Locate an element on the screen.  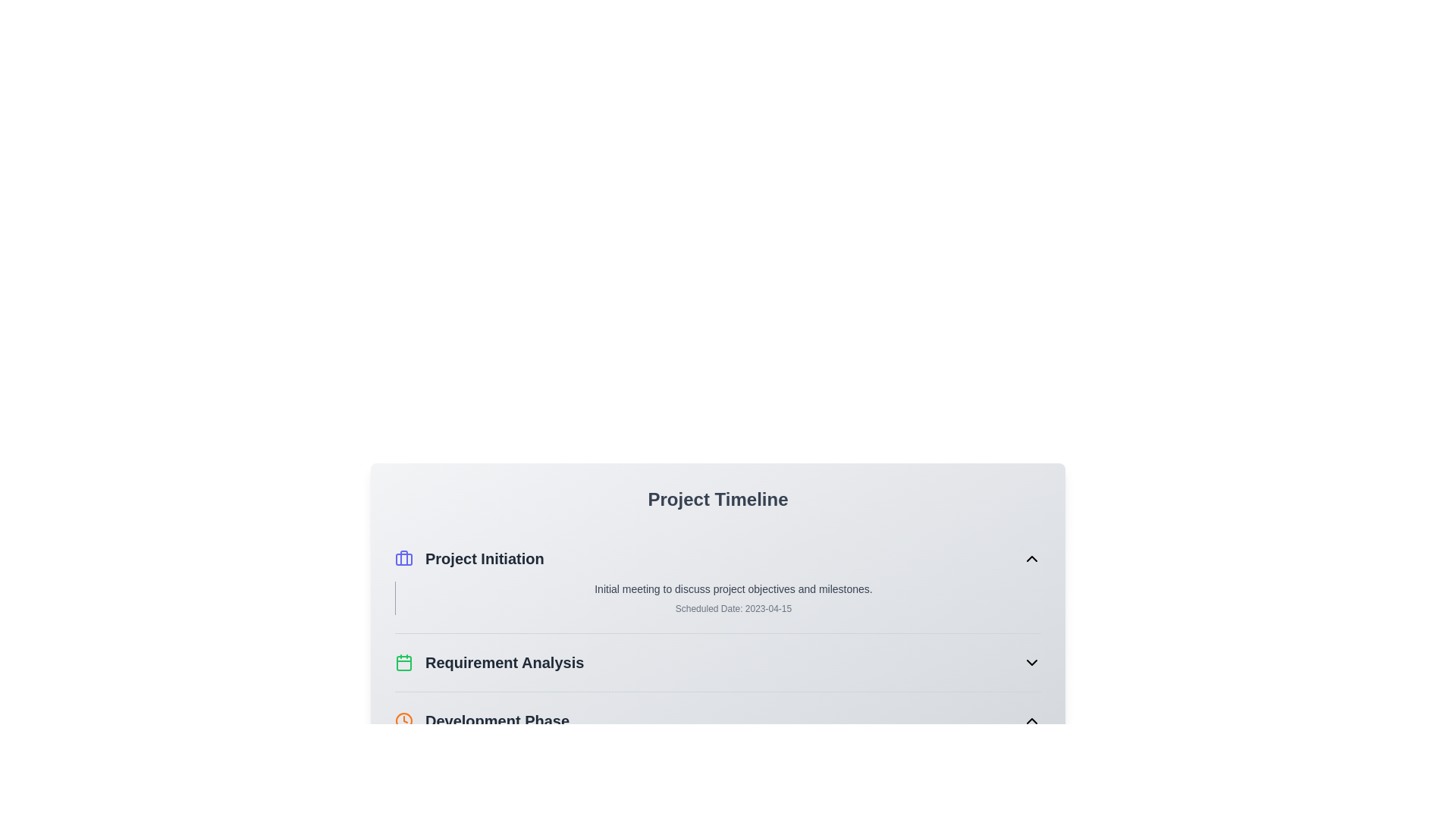
text displayed in the header labeled 'Requirement Analysis' which is styled in bold, semi-large gray font and located under the 'Project Timeline' section is located at coordinates (489, 662).